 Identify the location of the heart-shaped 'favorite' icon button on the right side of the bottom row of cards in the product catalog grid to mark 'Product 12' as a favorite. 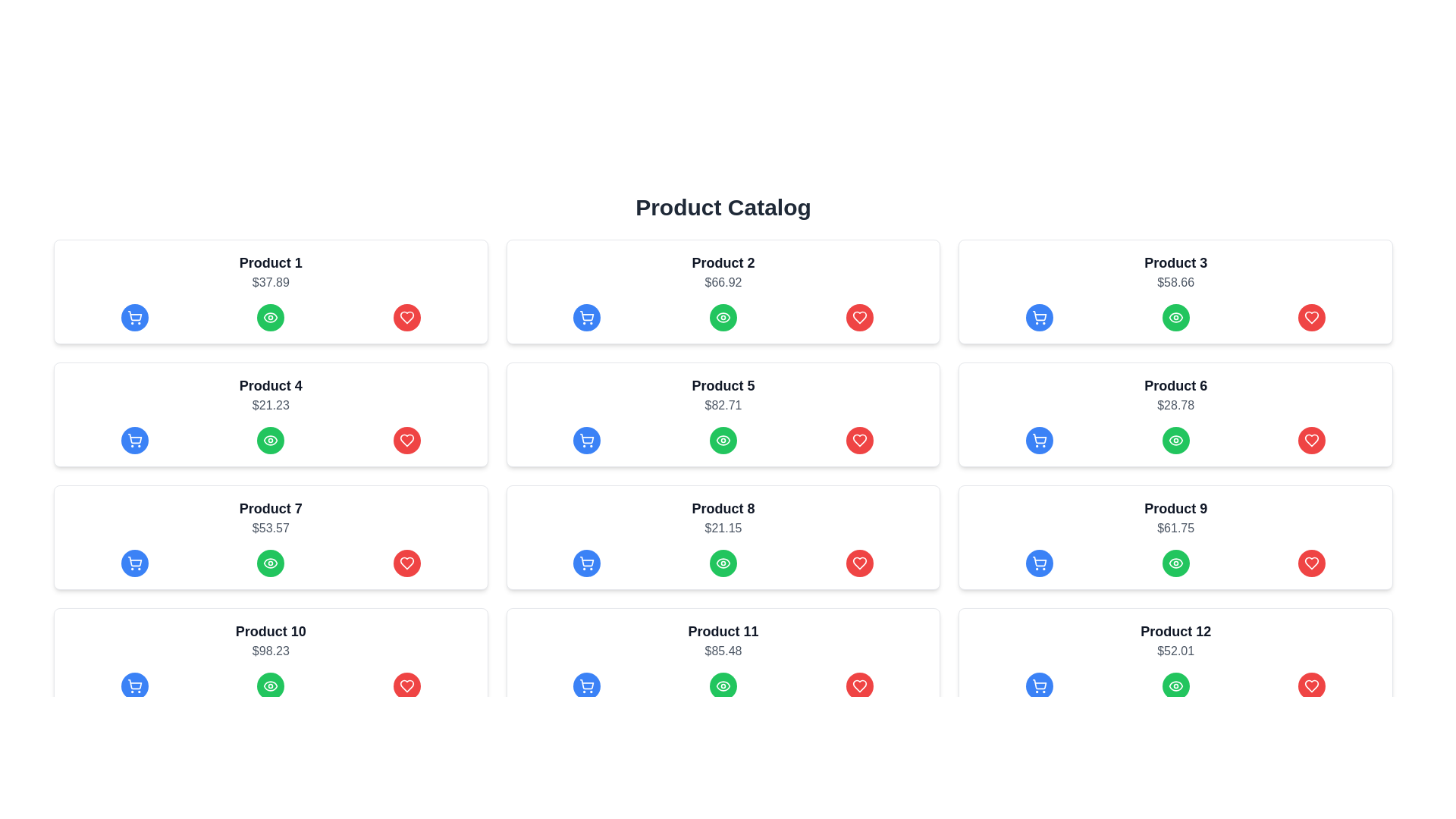
(1311, 686).